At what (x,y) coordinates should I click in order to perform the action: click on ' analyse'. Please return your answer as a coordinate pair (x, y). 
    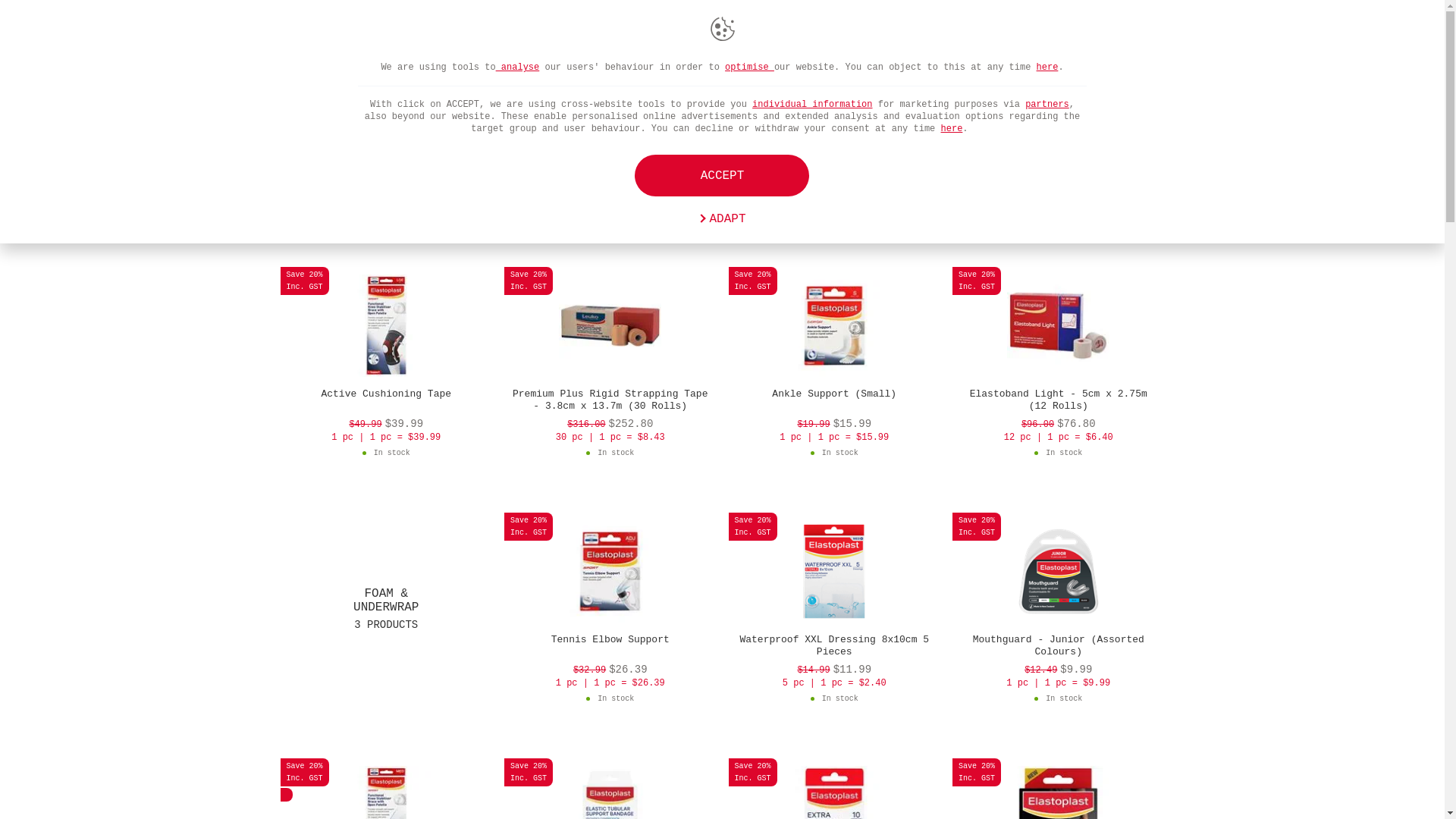
    Looking at the image, I should click on (495, 66).